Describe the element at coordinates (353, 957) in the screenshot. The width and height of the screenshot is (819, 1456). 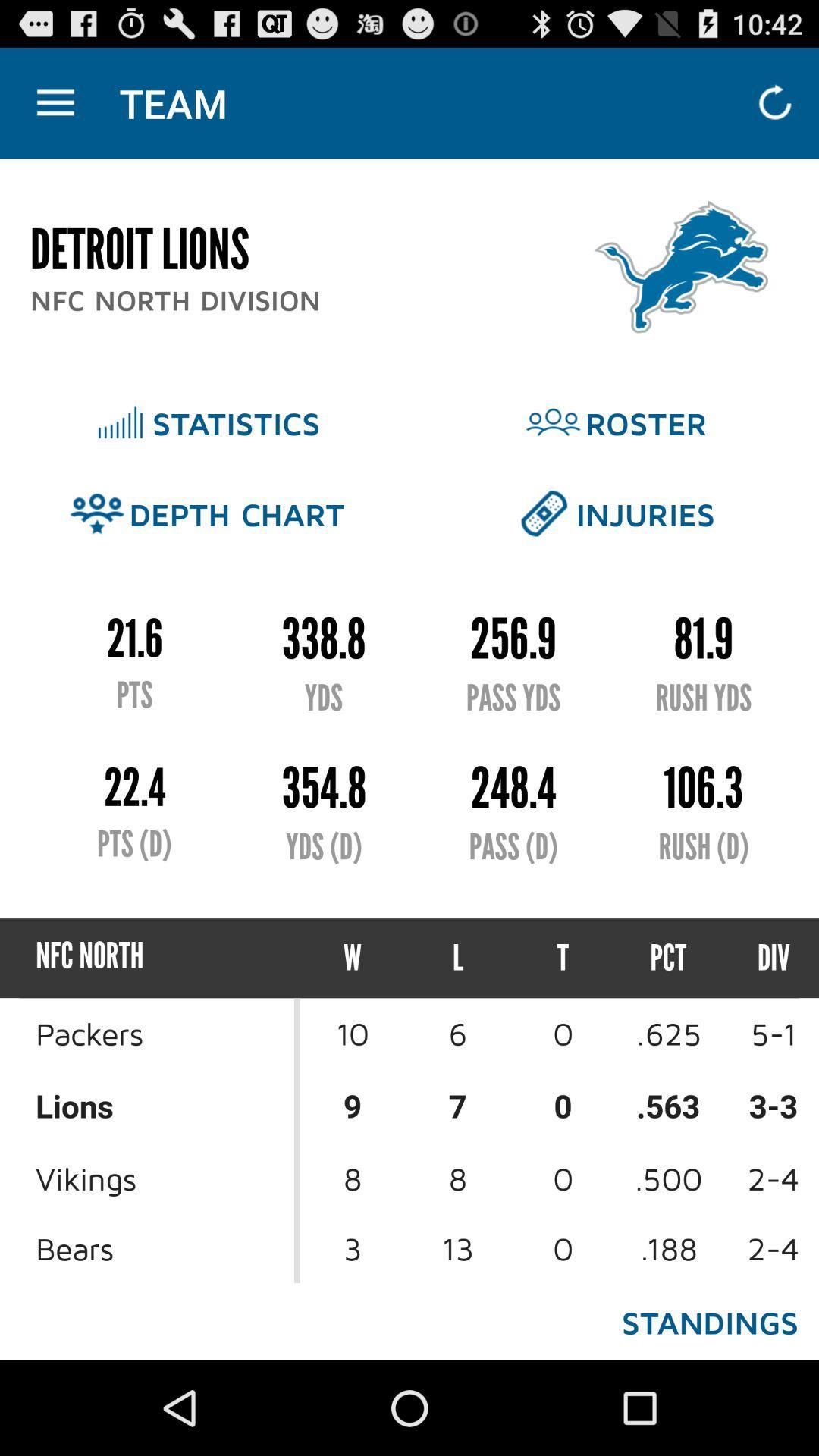
I see `item to the left of l item` at that location.